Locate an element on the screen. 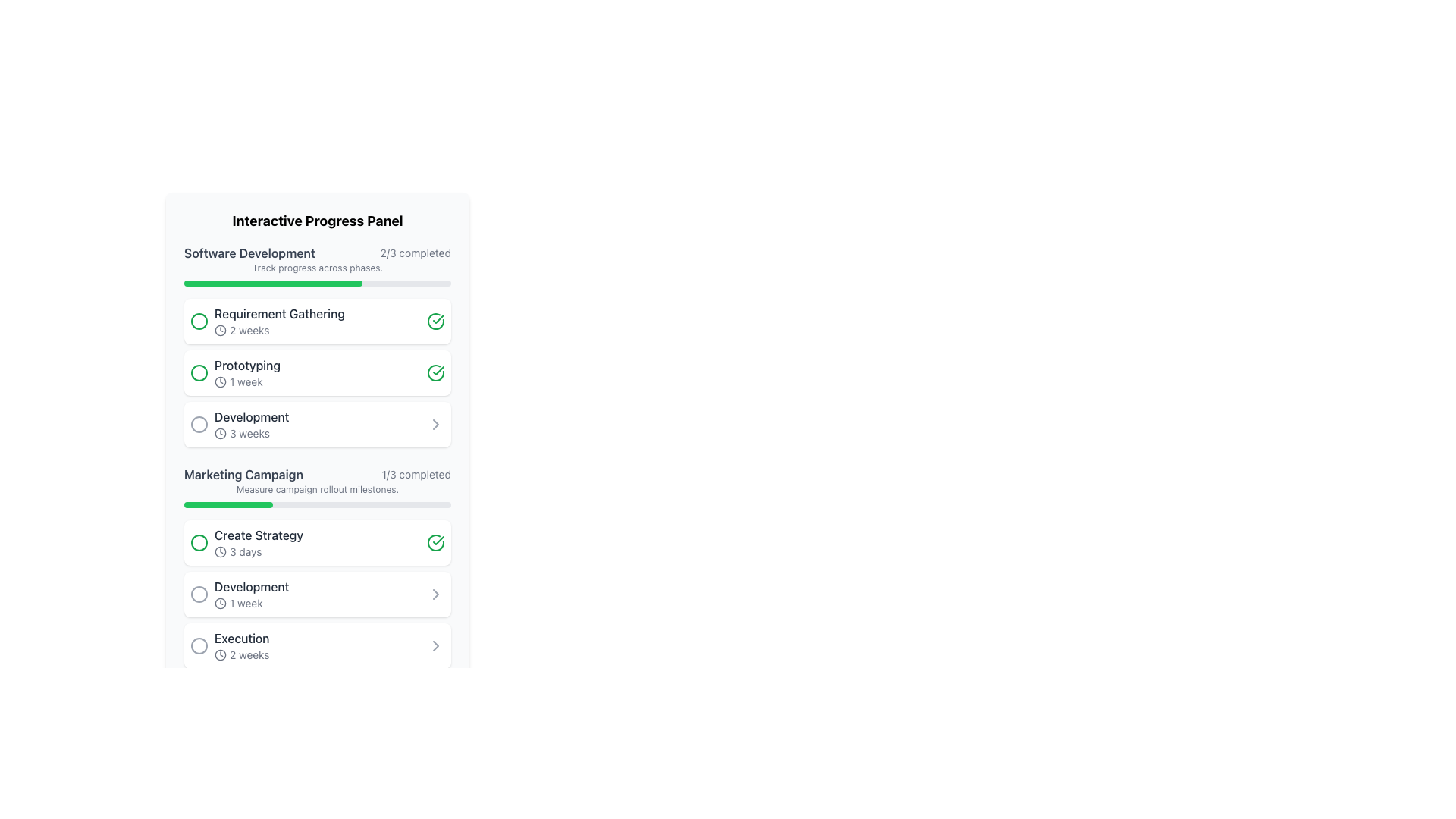  the circular checkbox next to the 'Create Strategy' task in the 'Marketing Campaign' group to mark the task as completed is located at coordinates (259, 542).